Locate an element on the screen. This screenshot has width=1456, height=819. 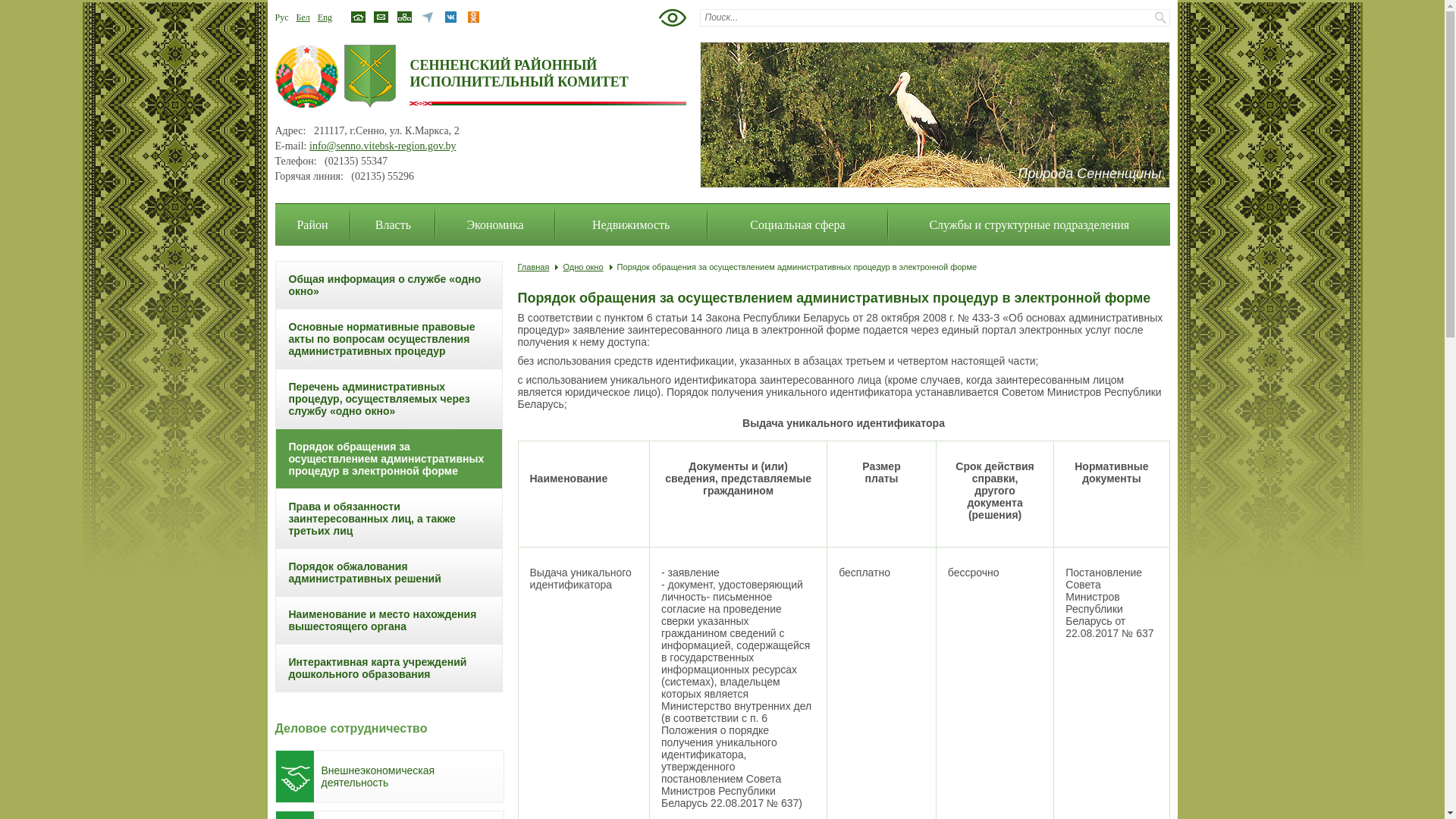
'telegram' is located at coordinates (426, 17).